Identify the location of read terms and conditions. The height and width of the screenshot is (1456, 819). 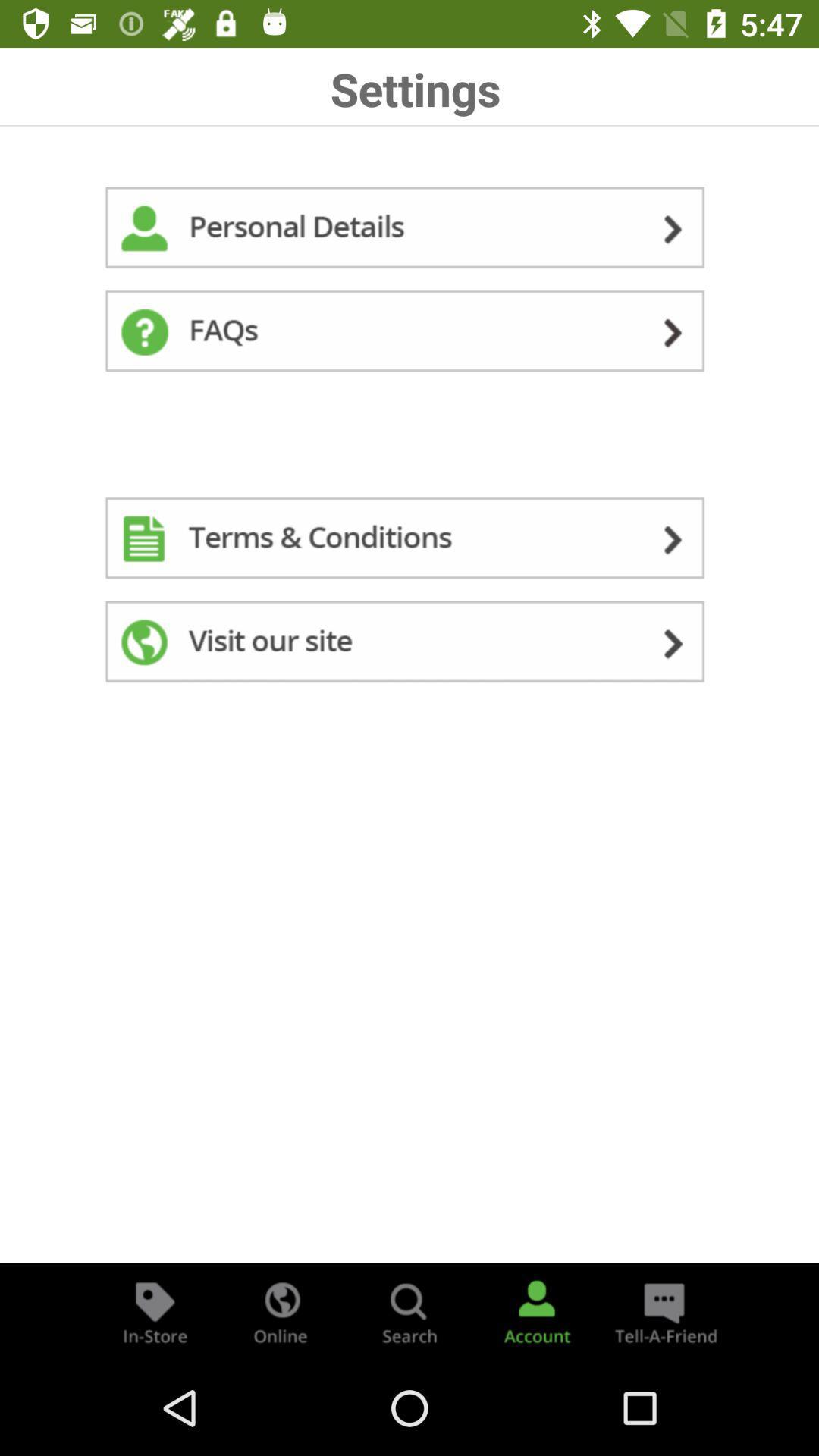
(409, 541).